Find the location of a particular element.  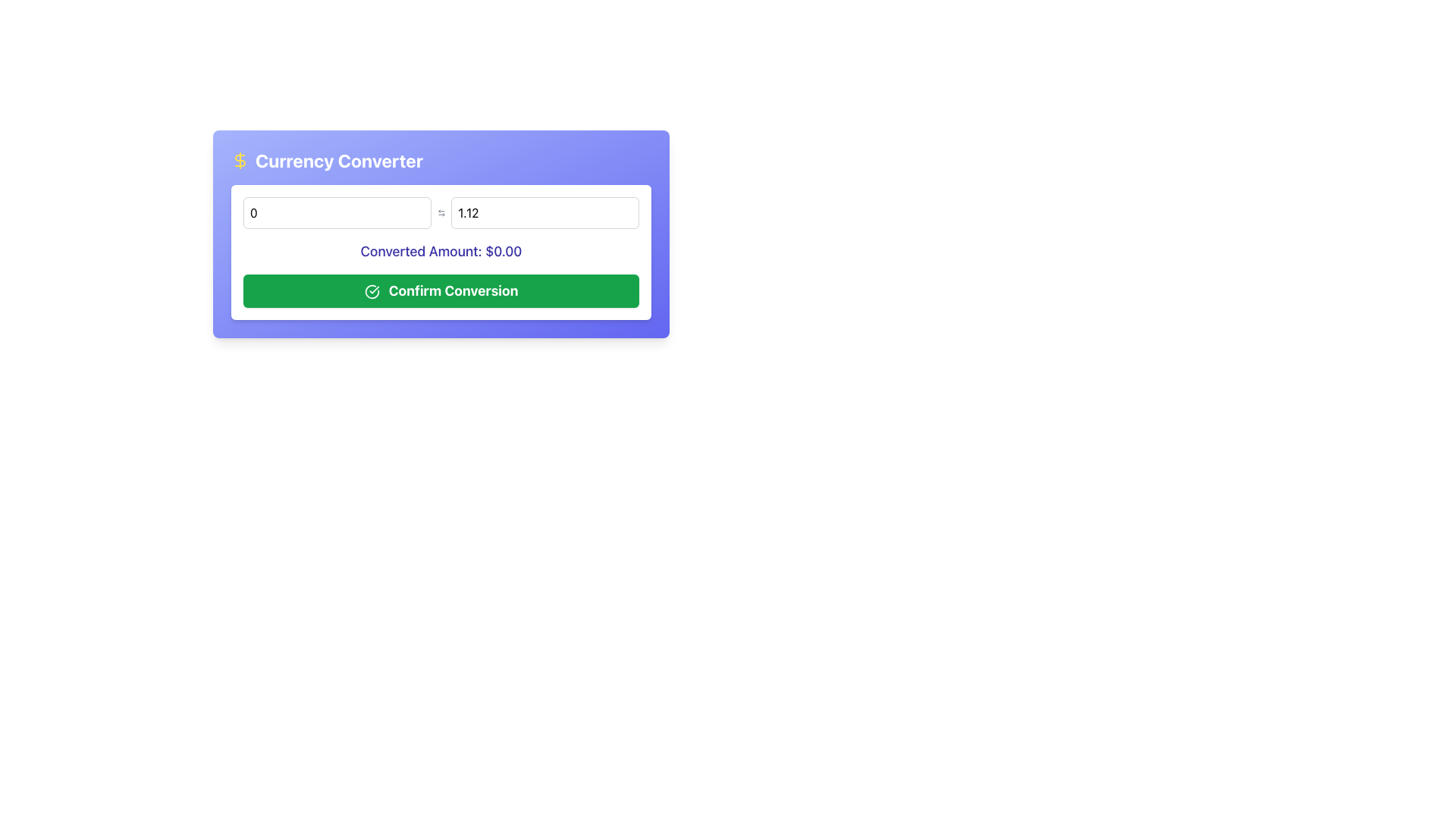

the confirm button for currency conversion located at the bottom of the white panel, beneath the text 'Converted Amount: $0.00' is located at coordinates (440, 291).